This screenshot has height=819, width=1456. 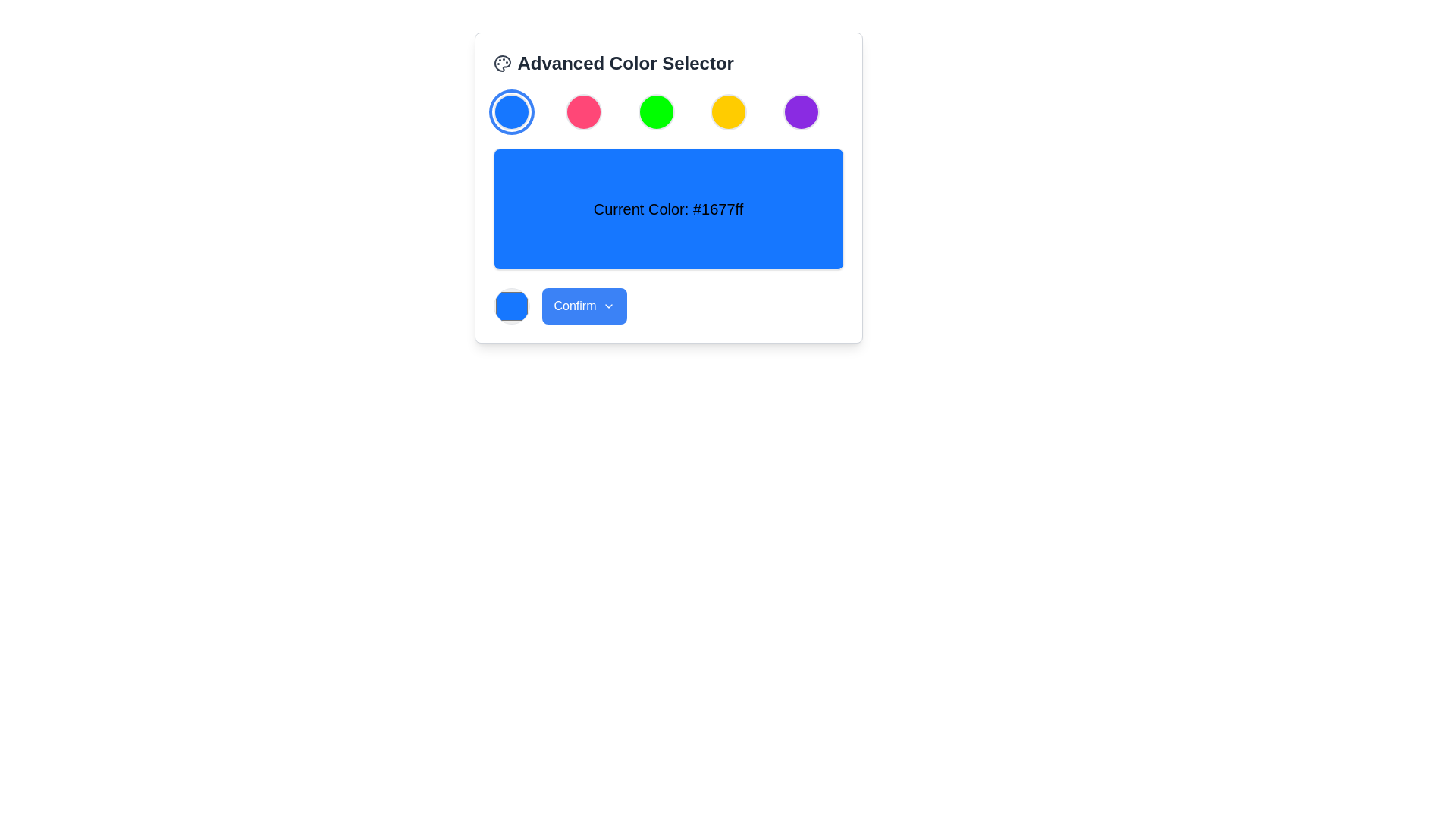 What do you see at coordinates (800, 111) in the screenshot?
I see `the rightmost button in the row of color selection options in the 'Advanced Color Selector' section to observe the scaling effect` at bounding box center [800, 111].